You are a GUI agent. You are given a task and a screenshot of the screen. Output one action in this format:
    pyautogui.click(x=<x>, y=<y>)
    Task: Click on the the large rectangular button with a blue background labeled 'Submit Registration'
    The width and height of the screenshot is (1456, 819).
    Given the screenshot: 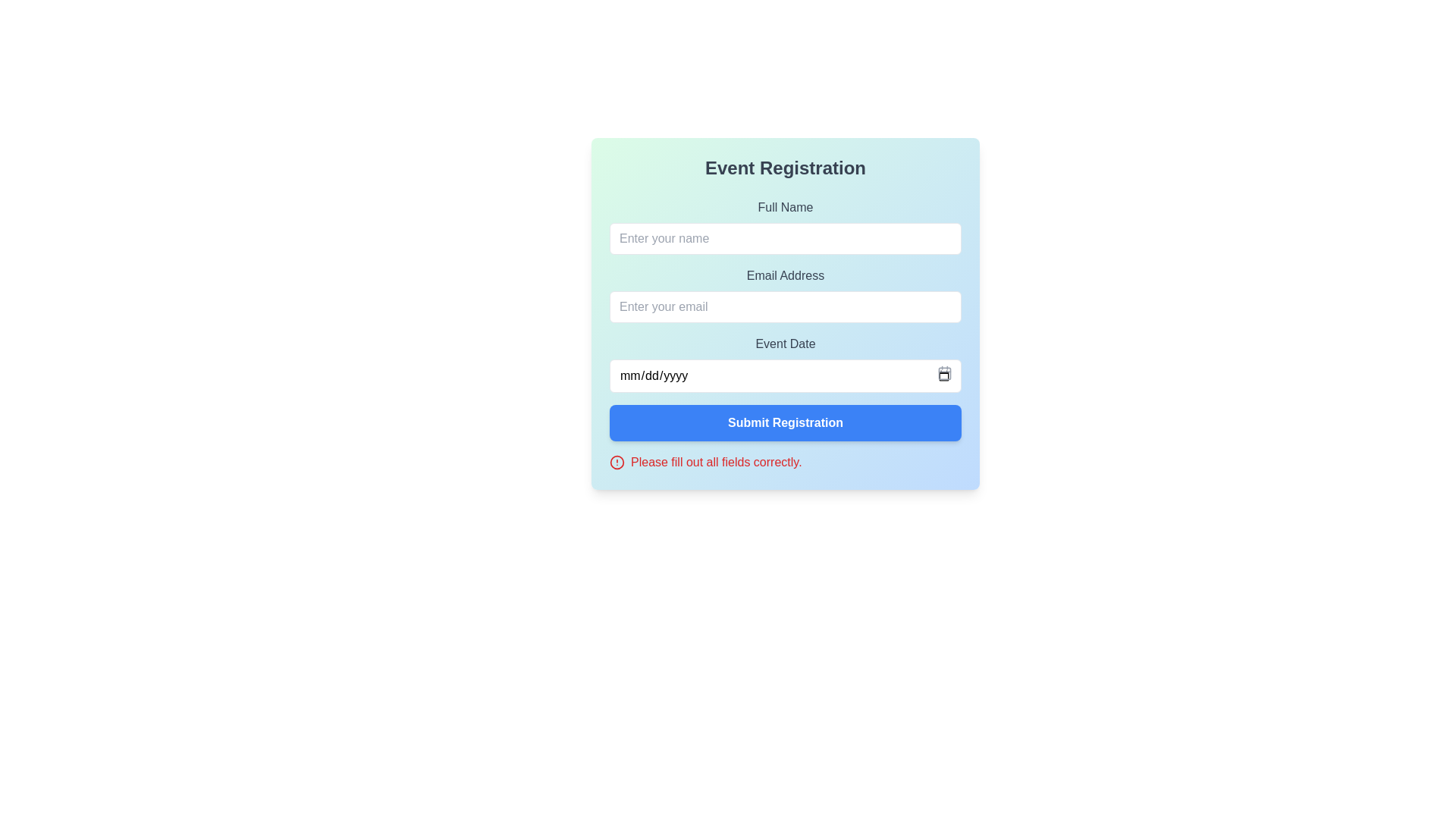 What is the action you would take?
    pyautogui.click(x=786, y=423)
    